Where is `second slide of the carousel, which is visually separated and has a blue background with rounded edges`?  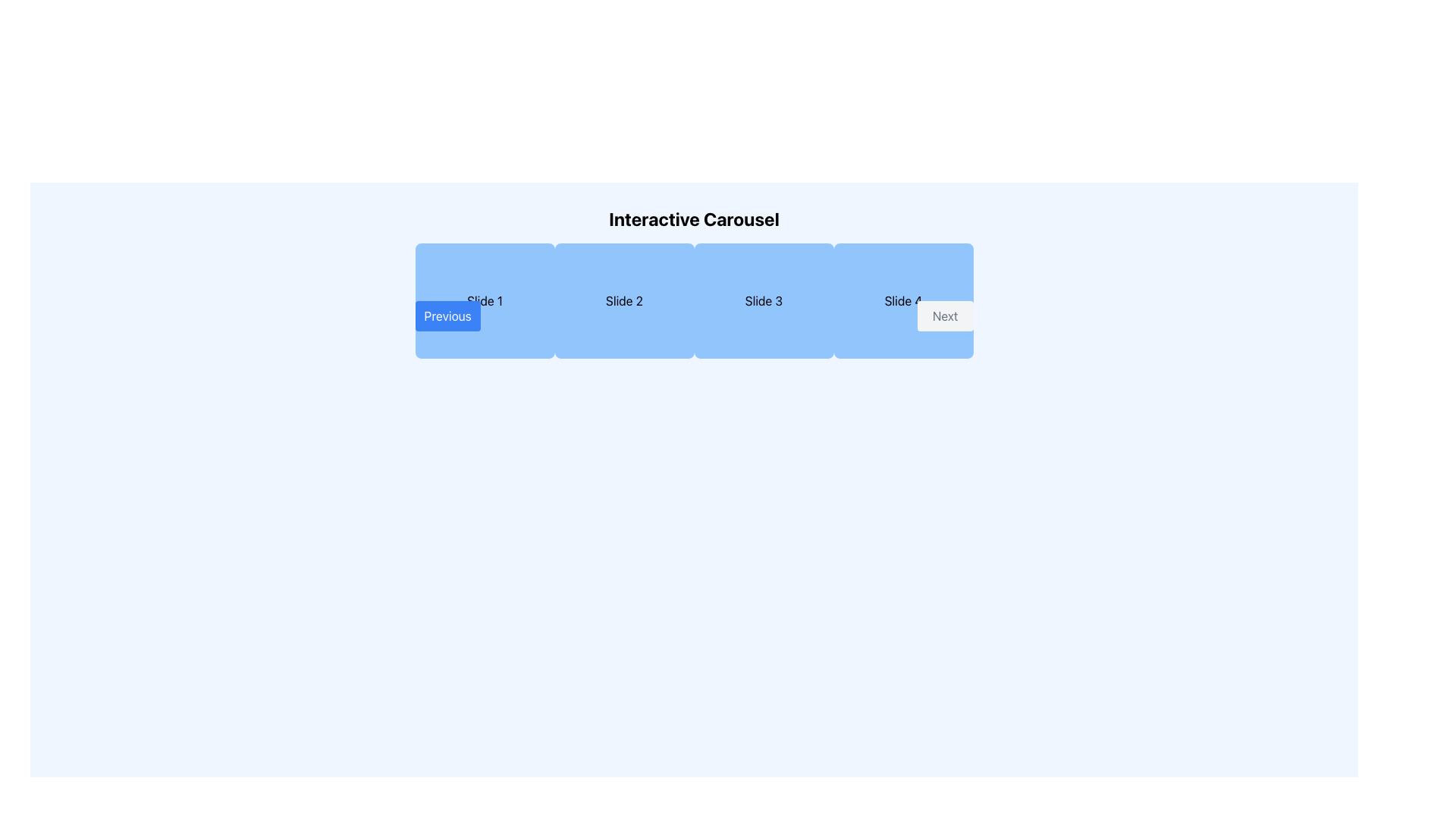 second slide of the carousel, which is visually separated and has a blue background with rounded edges is located at coordinates (693, 301).